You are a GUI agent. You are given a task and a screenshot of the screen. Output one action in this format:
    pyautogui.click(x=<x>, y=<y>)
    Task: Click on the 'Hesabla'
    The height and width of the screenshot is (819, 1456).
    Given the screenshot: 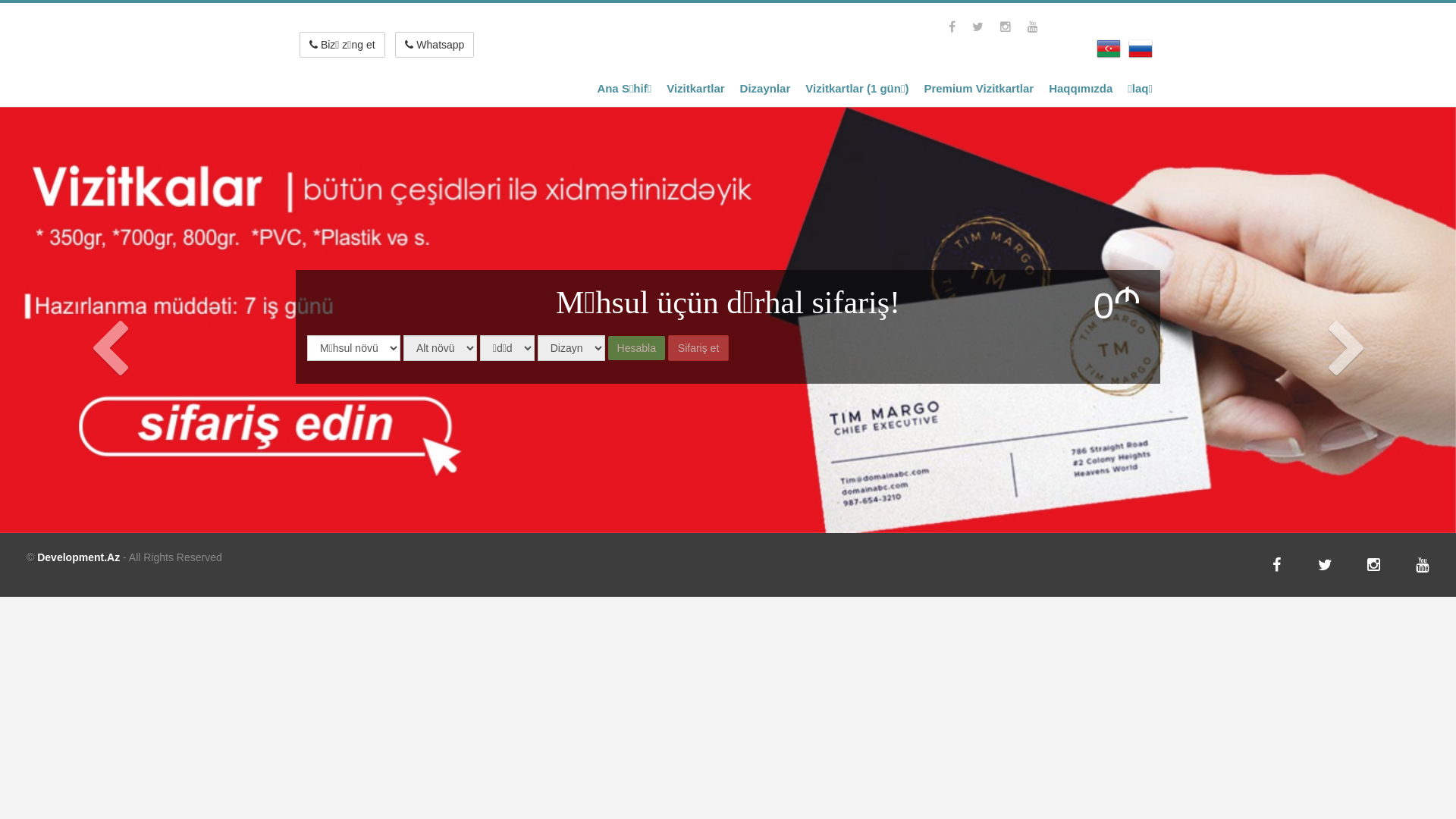 What is the action you would take?
    pyautogui.click(x=636, y=347)
    